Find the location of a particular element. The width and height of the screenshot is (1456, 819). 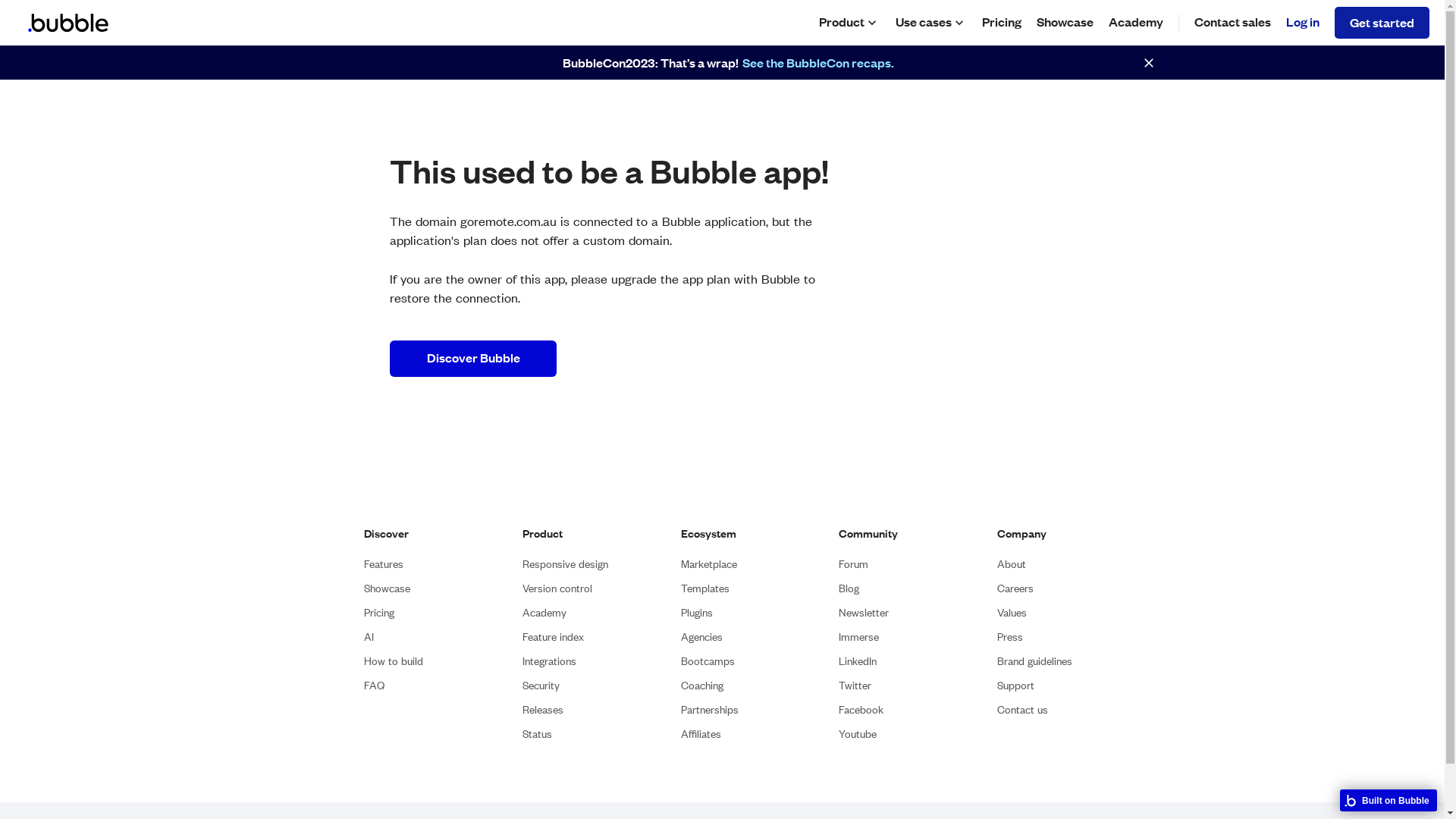

'Contact sales' is located at coordinates (1232, 23).